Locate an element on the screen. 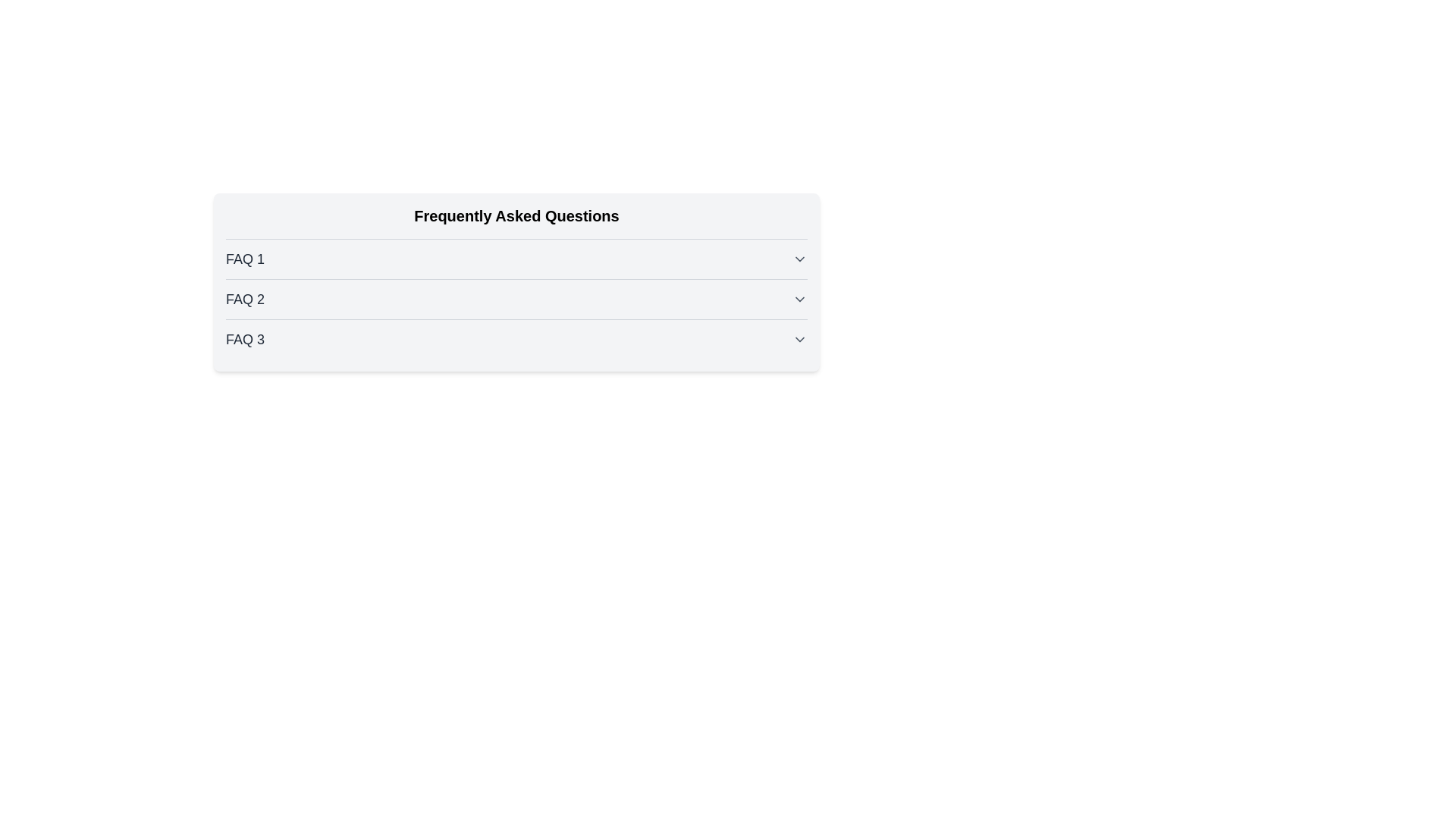  text label 'FAQ 2', which is a bold, medium-sized, dark gray text element positioned as the second item in a vertically listed structure of FAQs is located at coordinates (245, 299).